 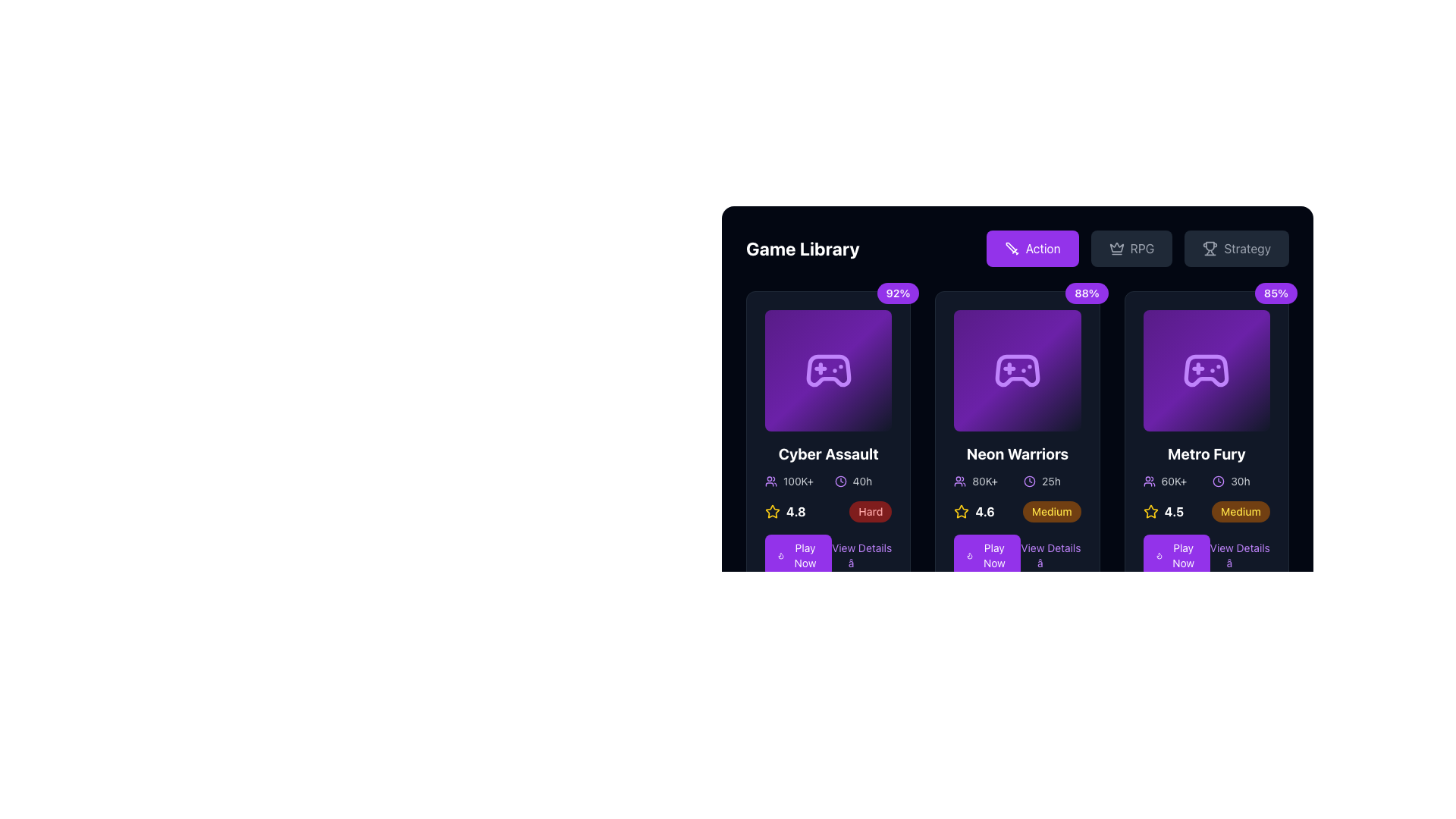 What do you see at coordinates (1175, 555) in the screenshot?
I see `the button located in the bottom section of the 'Metro Fury' card in the 'Game Library' to observe a change in color for interactivity feedback` at bounding box center [1175, 555].